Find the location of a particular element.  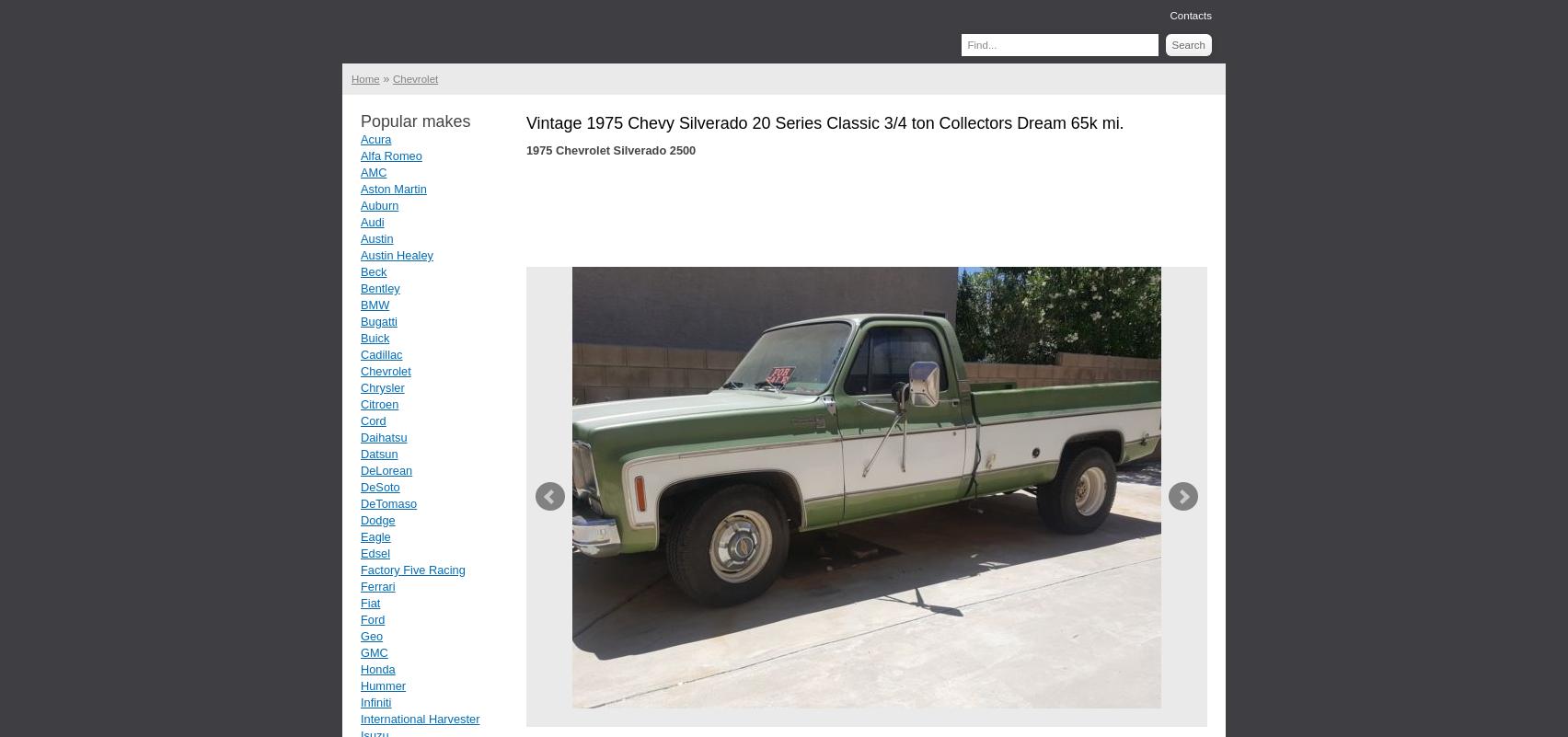

'Eagle' is located at coordinates (359, 536).